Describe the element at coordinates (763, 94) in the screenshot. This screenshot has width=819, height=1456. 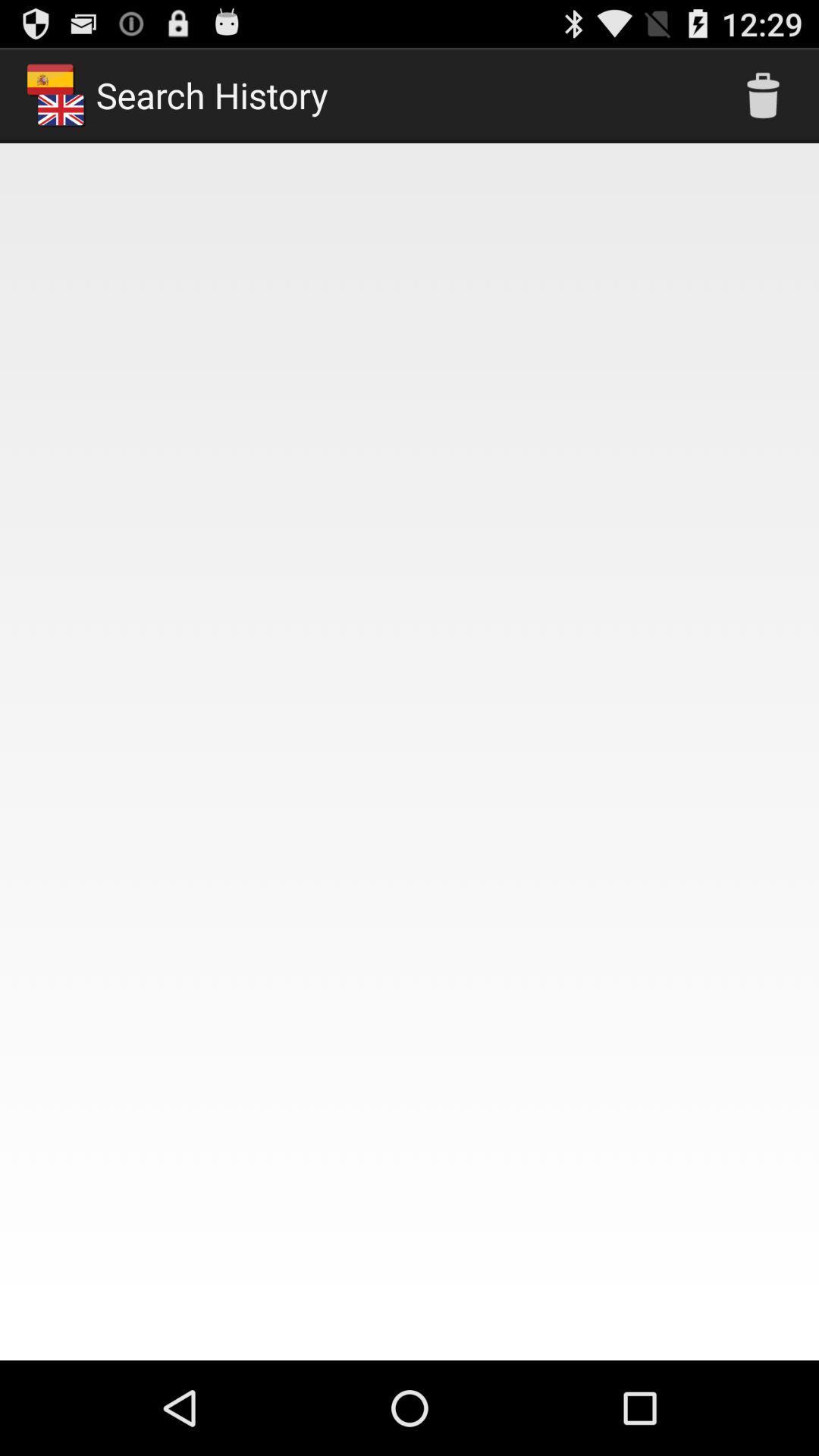
I see `the icon at the top right corner` at that location.